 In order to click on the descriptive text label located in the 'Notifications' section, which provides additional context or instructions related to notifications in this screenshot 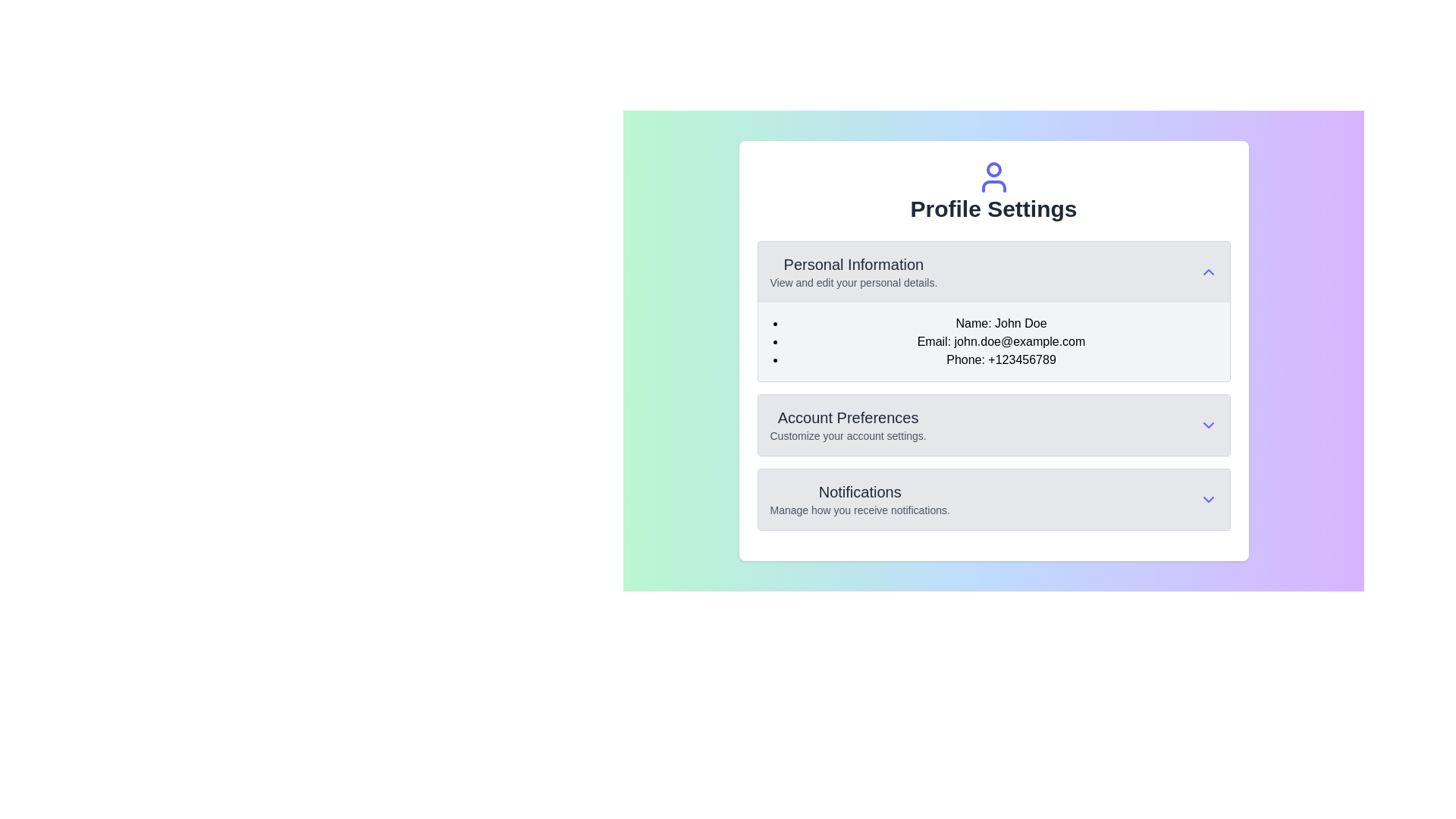, I will do `click(860, 510)`.